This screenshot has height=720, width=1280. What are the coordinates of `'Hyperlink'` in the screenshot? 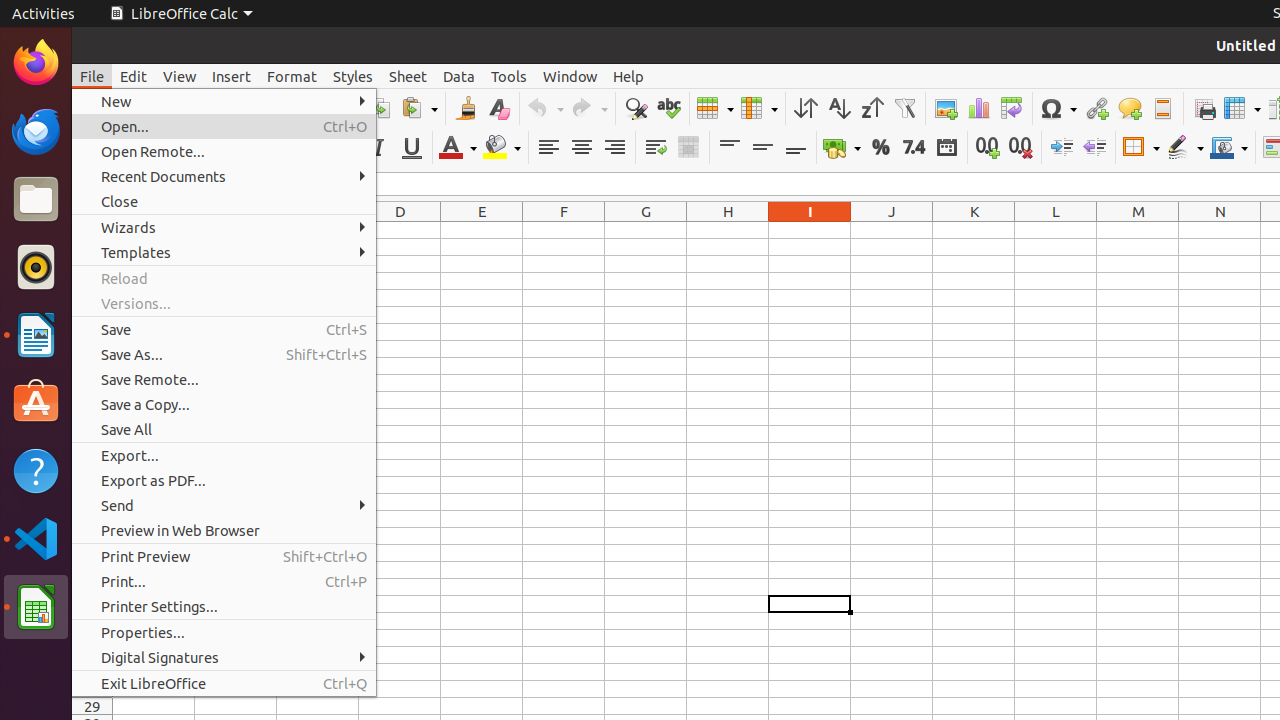 It's located at (1095, 108).